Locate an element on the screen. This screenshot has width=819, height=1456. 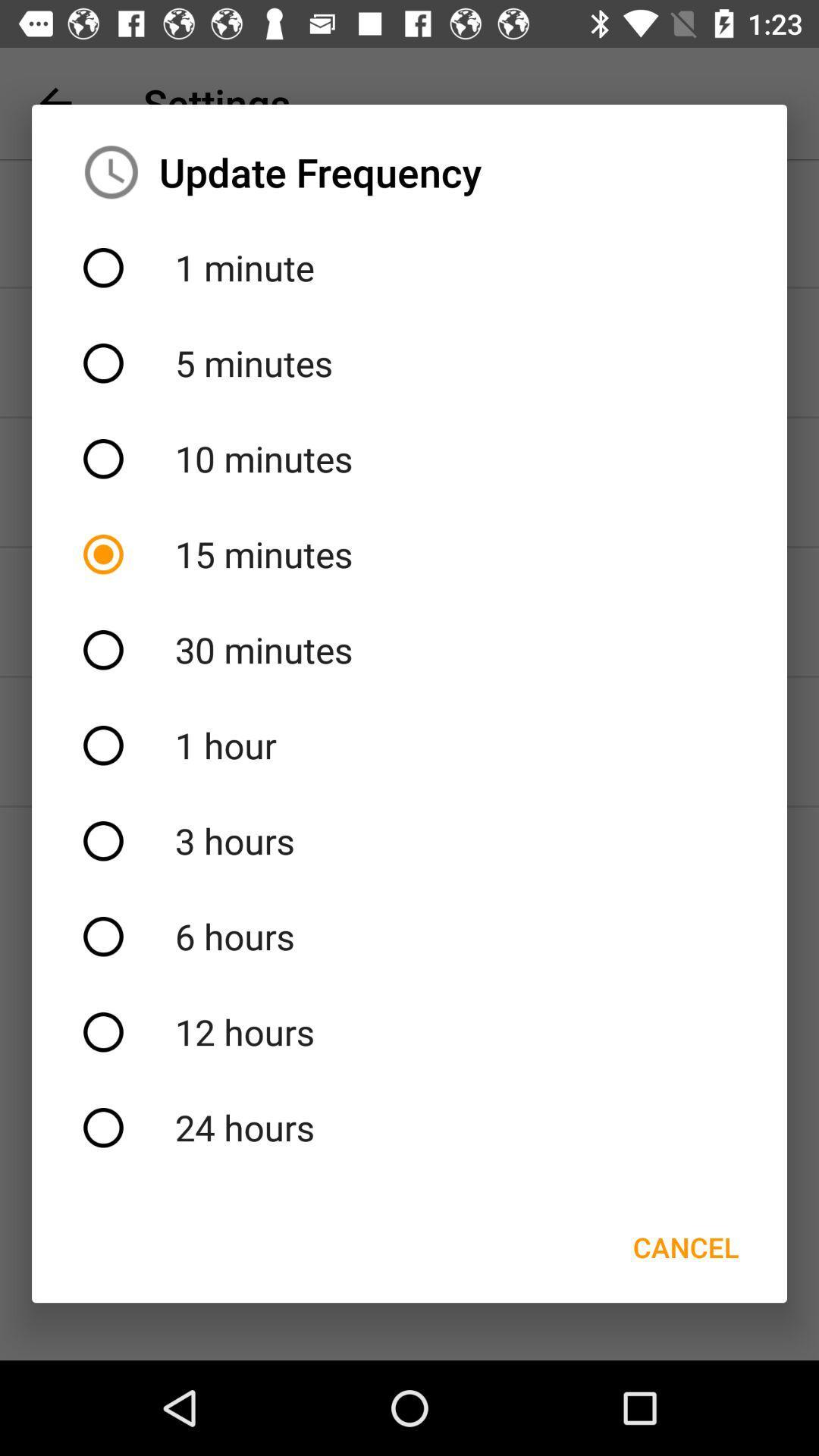
3 hours icon is located at coordinates (409, 840).